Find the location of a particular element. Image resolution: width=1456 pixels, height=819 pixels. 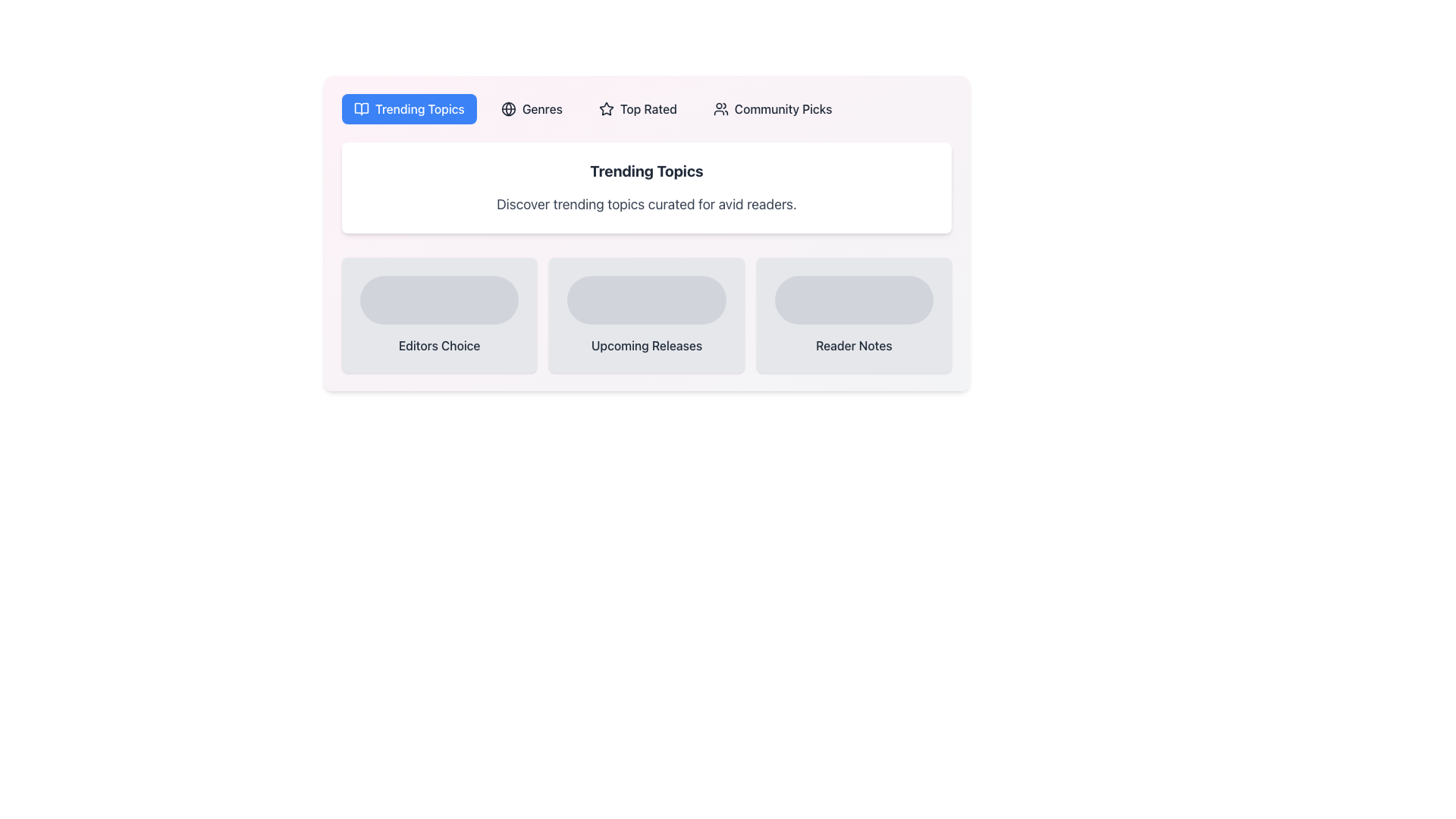

the 'Community Picks' button, which is a rectangular button with a light gray background and an icon of a group of users, positioned to the right of the 'Top Rated' button is located at coordinates (773, 108).